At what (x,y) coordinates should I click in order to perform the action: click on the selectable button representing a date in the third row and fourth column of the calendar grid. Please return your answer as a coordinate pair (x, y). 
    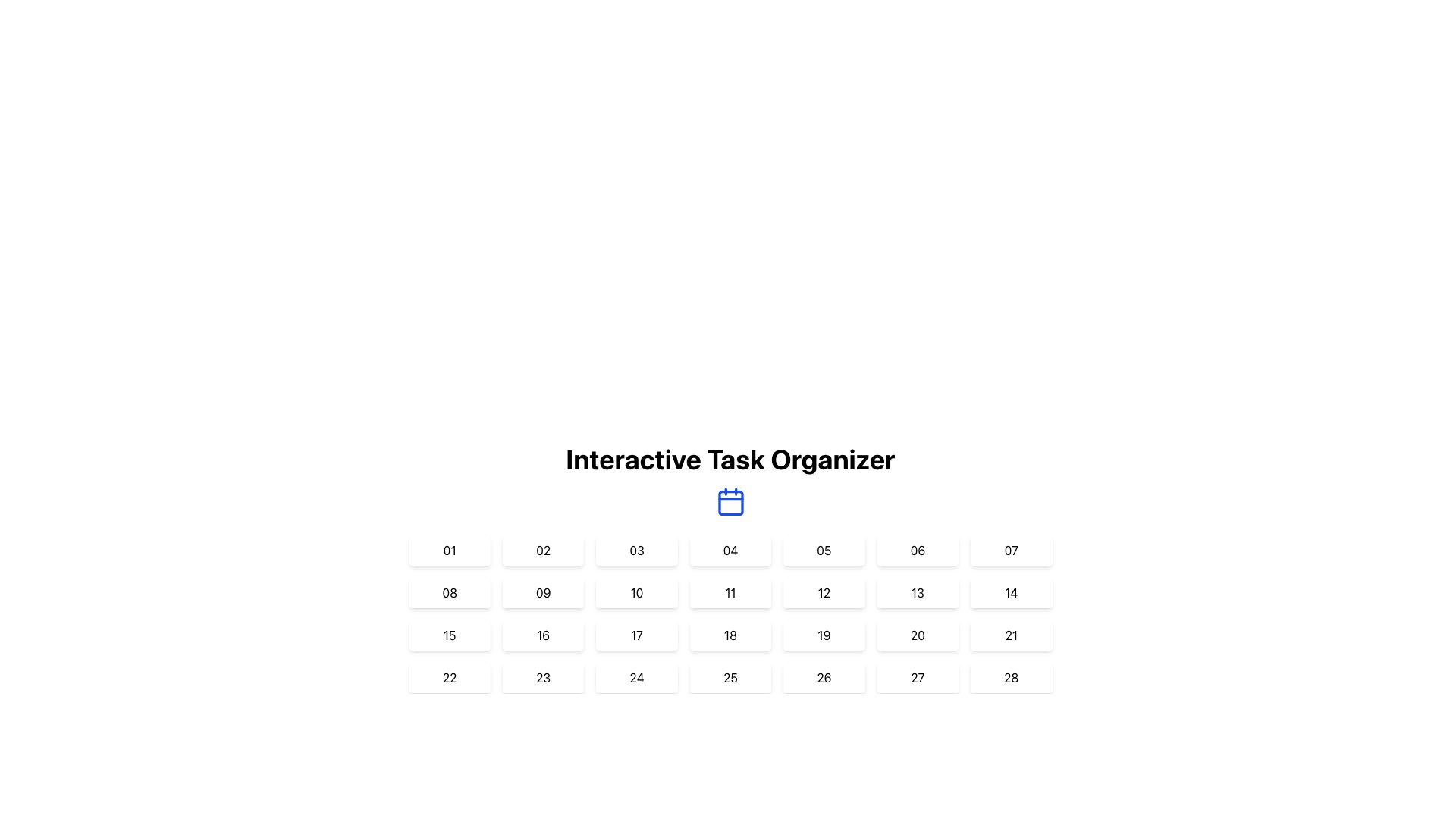
    Looking at the image, I should click on (730, 635).